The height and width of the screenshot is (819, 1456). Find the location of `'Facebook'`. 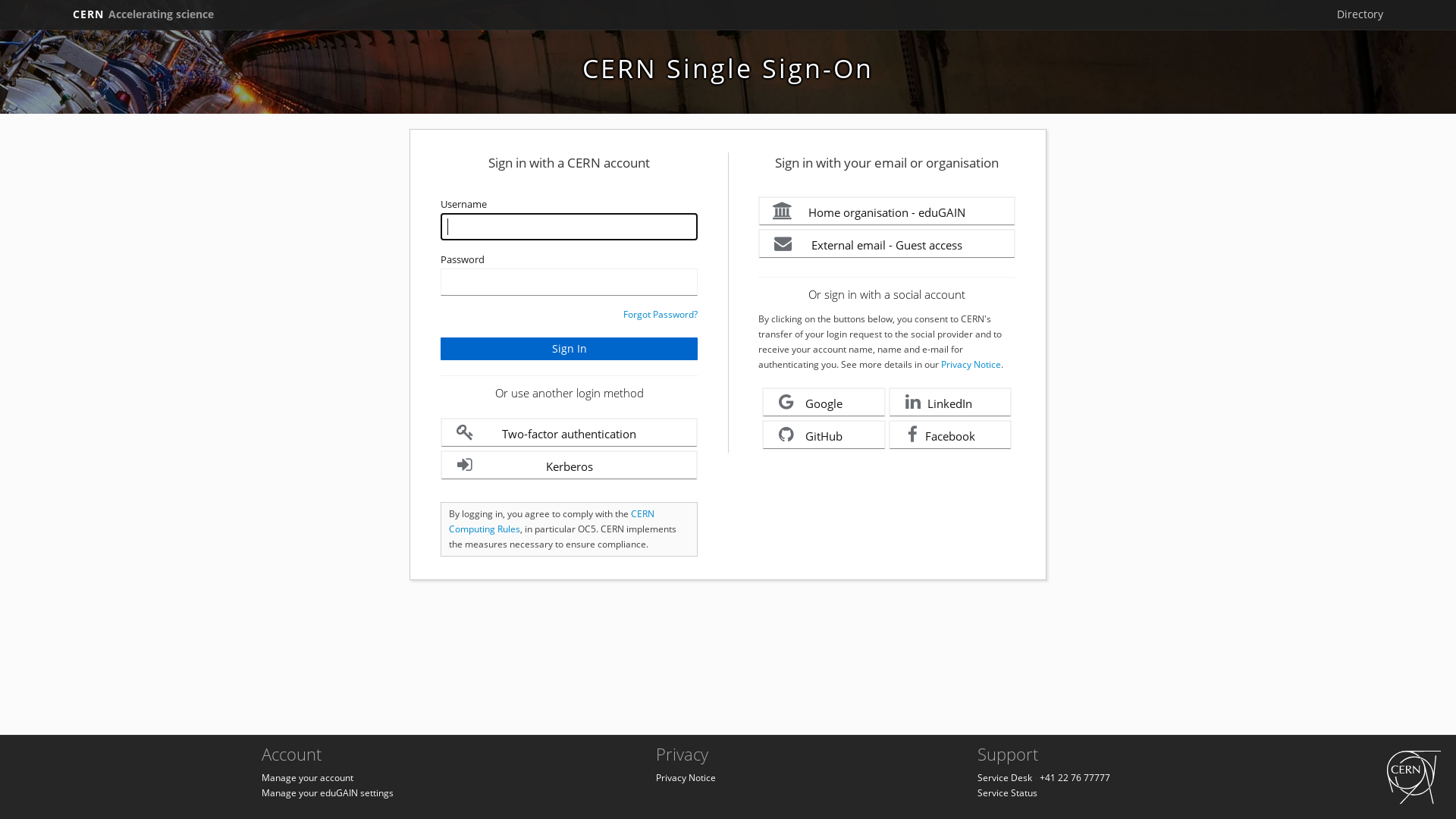

'Facebook' is located at coordinates (949, 435).